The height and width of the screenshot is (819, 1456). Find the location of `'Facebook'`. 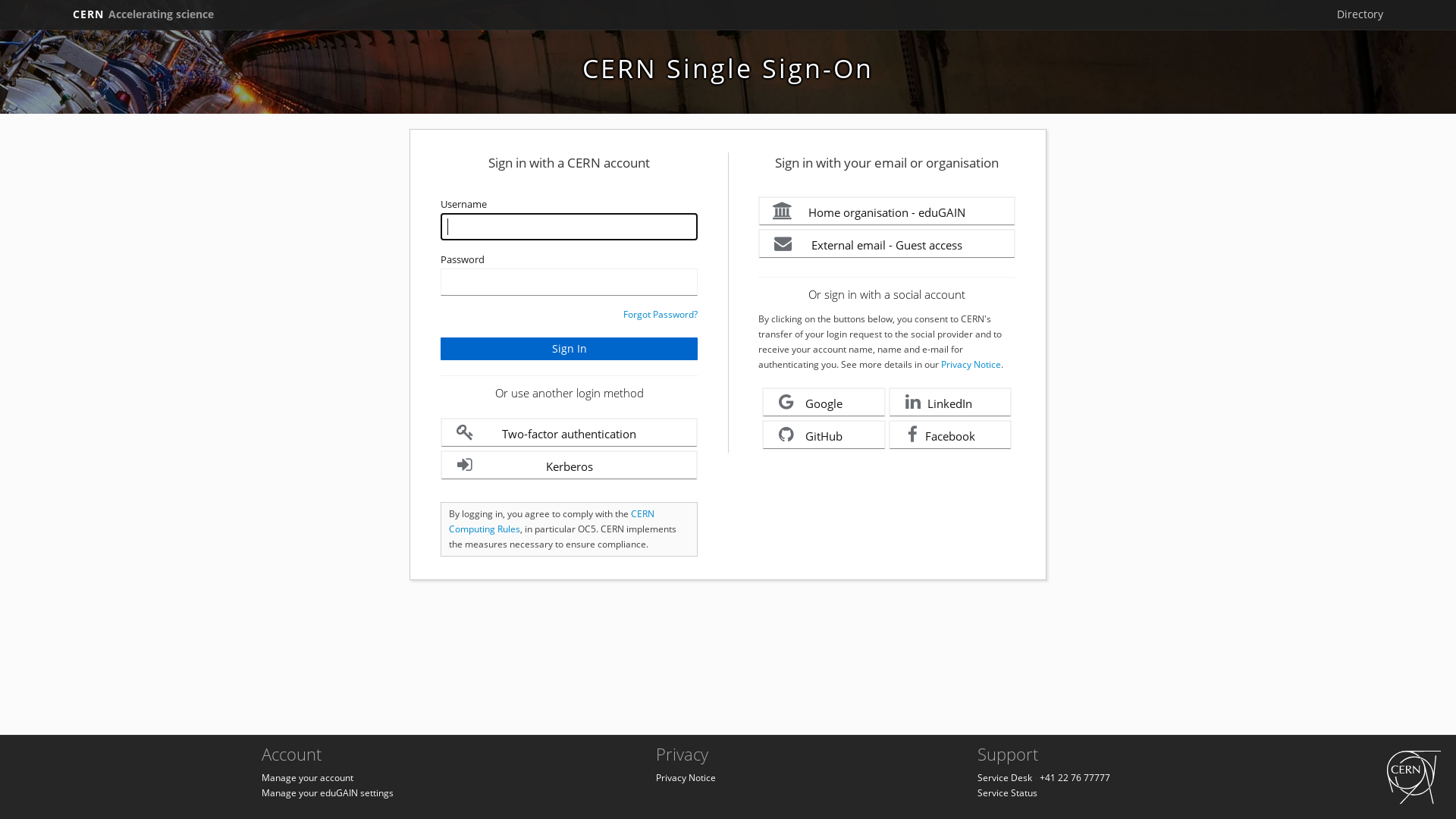

'Facebook' is located at coordinates (949, 435).